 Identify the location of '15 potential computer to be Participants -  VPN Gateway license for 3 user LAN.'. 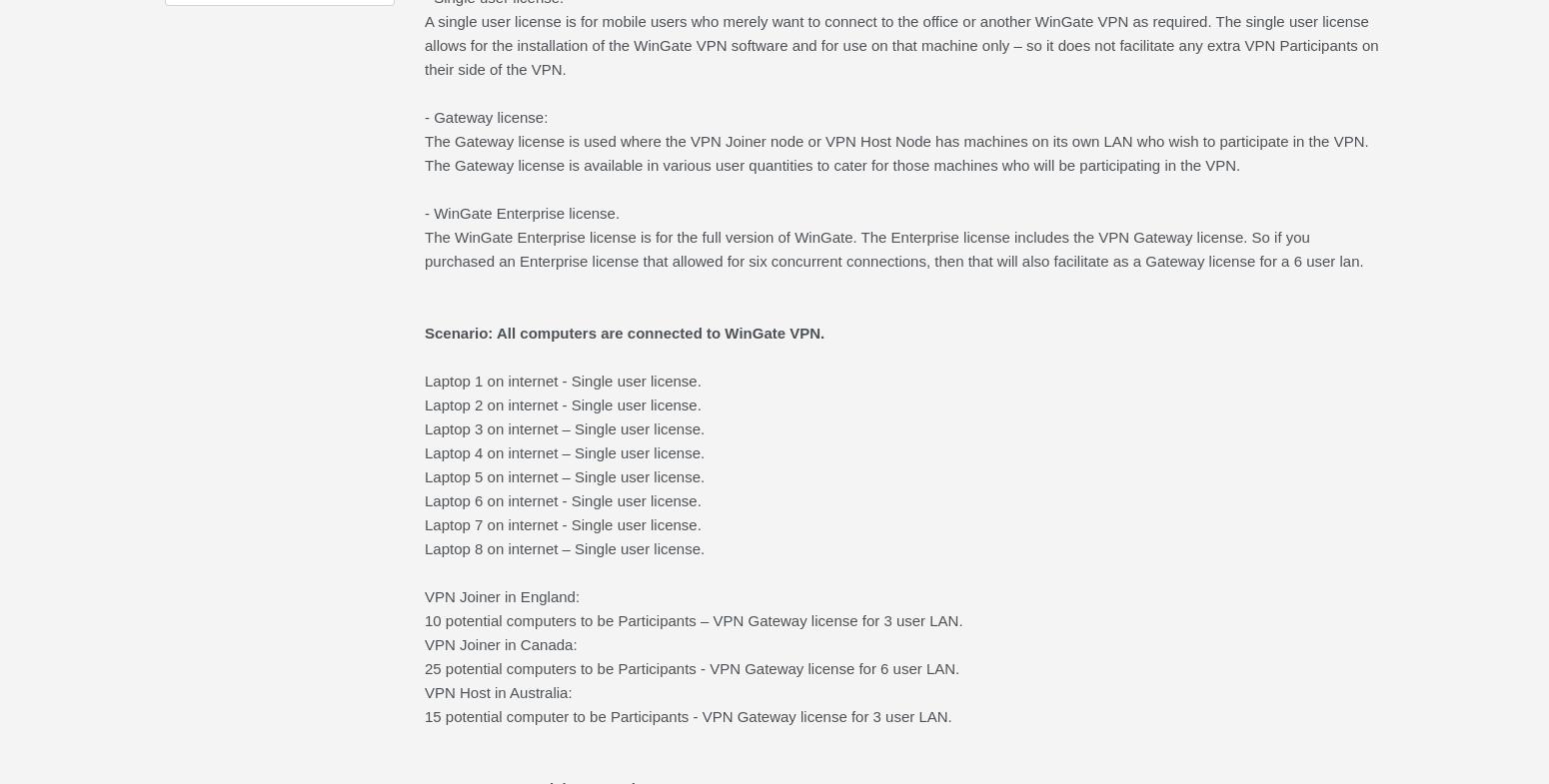
(687, 716).